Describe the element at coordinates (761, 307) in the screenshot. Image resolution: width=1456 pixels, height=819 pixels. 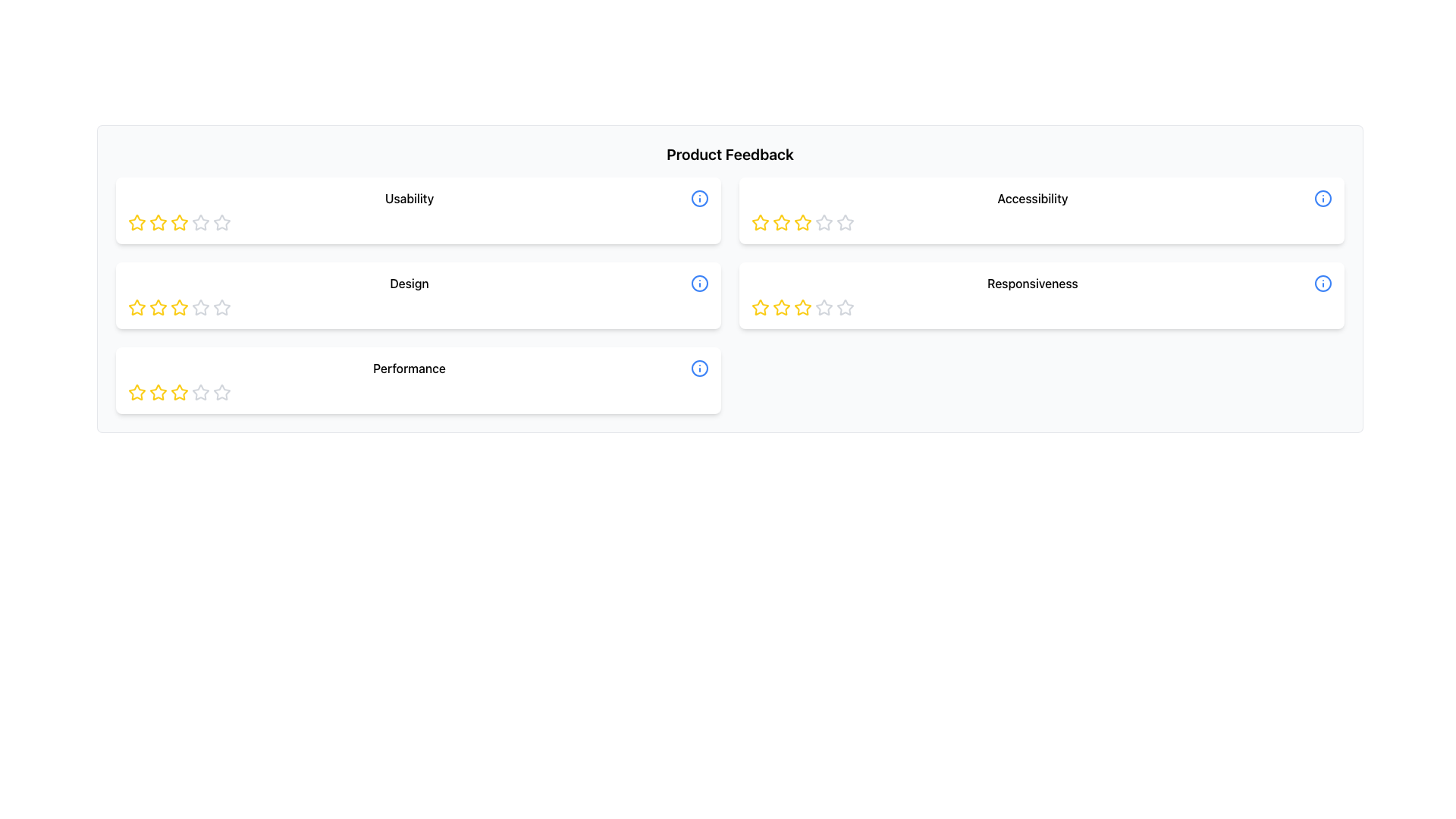
I see `the first star icon in the Responsiveness rating system` at that location.